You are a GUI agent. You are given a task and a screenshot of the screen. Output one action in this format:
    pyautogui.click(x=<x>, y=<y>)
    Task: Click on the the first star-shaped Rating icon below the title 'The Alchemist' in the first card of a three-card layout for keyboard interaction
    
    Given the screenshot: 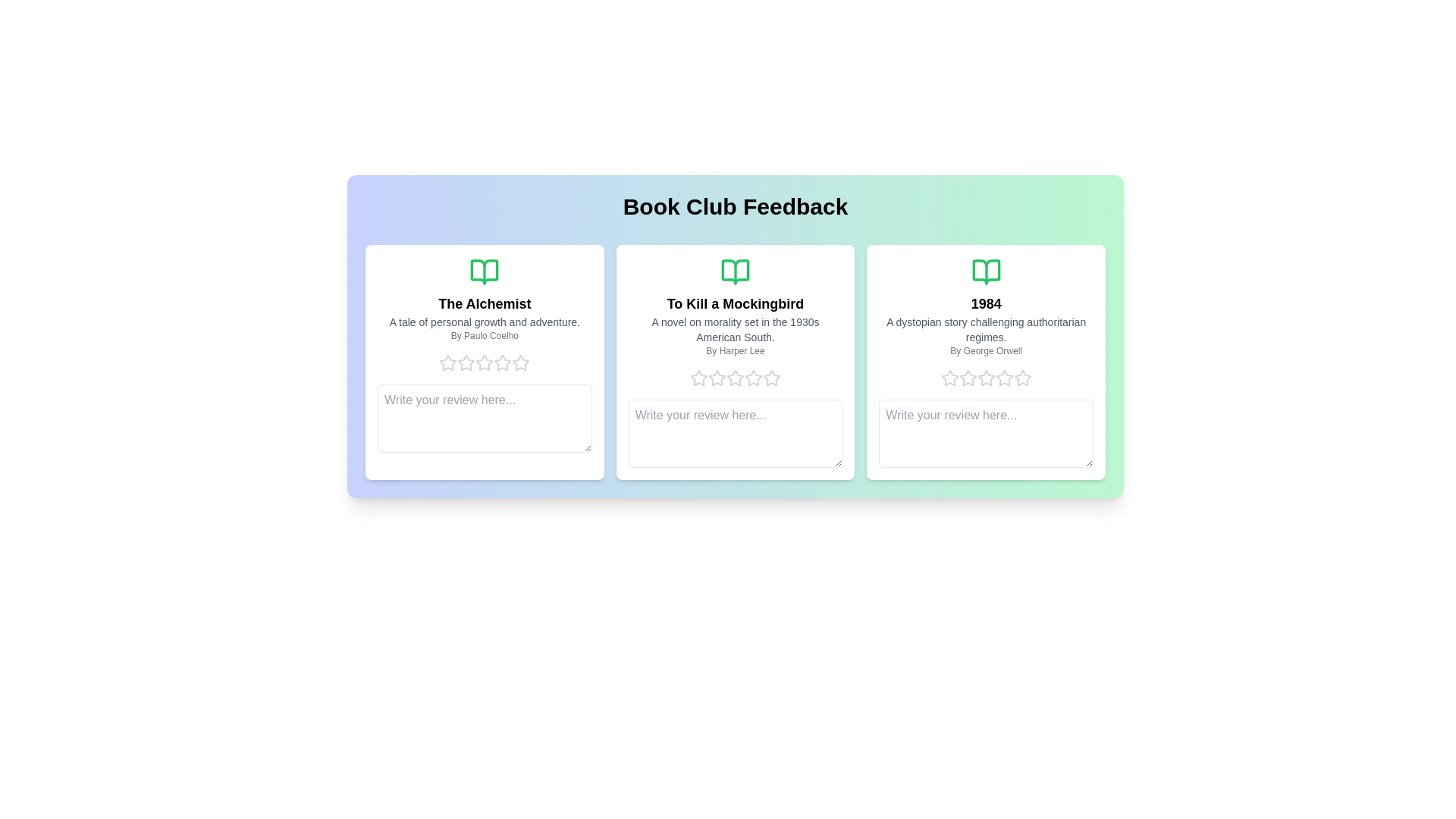 What is the action you would take?
    pyautogui.click(x=466, y=362)
    